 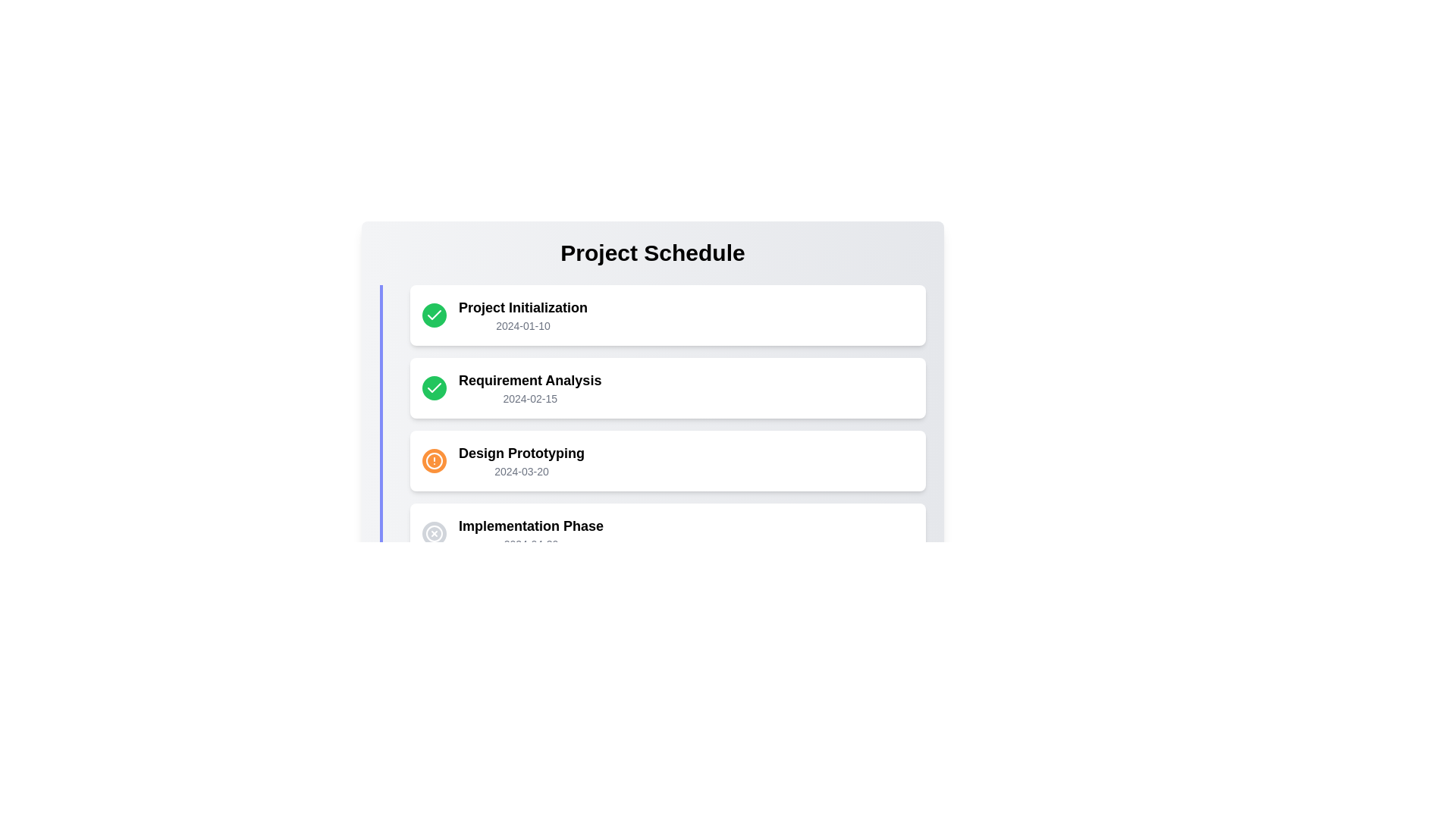 What do you see at coordinates (433, 314) in the screenshot?
I see `the checkmark icon indicating the completion status of the 'Requirement Analysis' task located to the left of the 'Requirement Analysis' text in the 'Project Schedule' interface` at bounding box center [433, 314].